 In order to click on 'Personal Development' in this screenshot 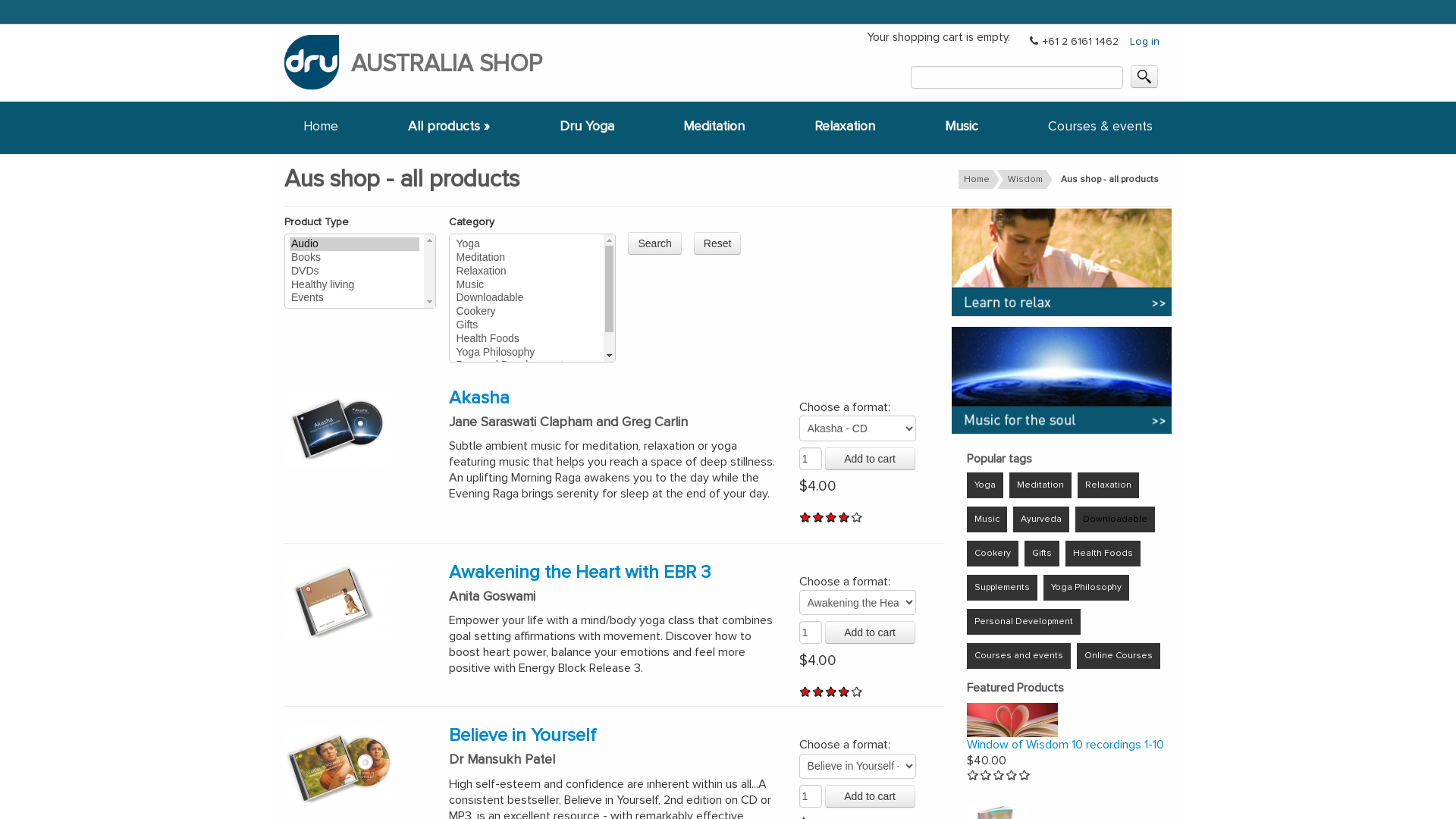, I will do `click(1023, 622)`.